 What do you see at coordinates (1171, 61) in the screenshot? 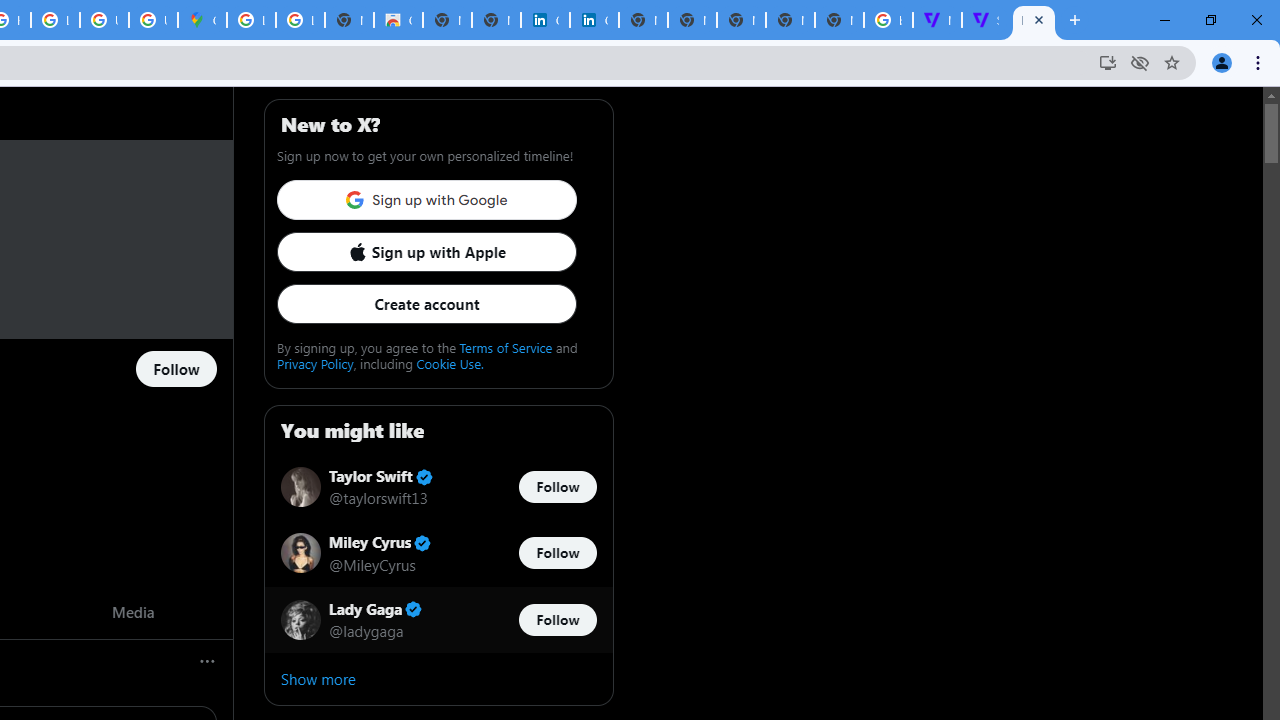
I see `'Bookmark this tab'` at bounding box center [1171, 61].